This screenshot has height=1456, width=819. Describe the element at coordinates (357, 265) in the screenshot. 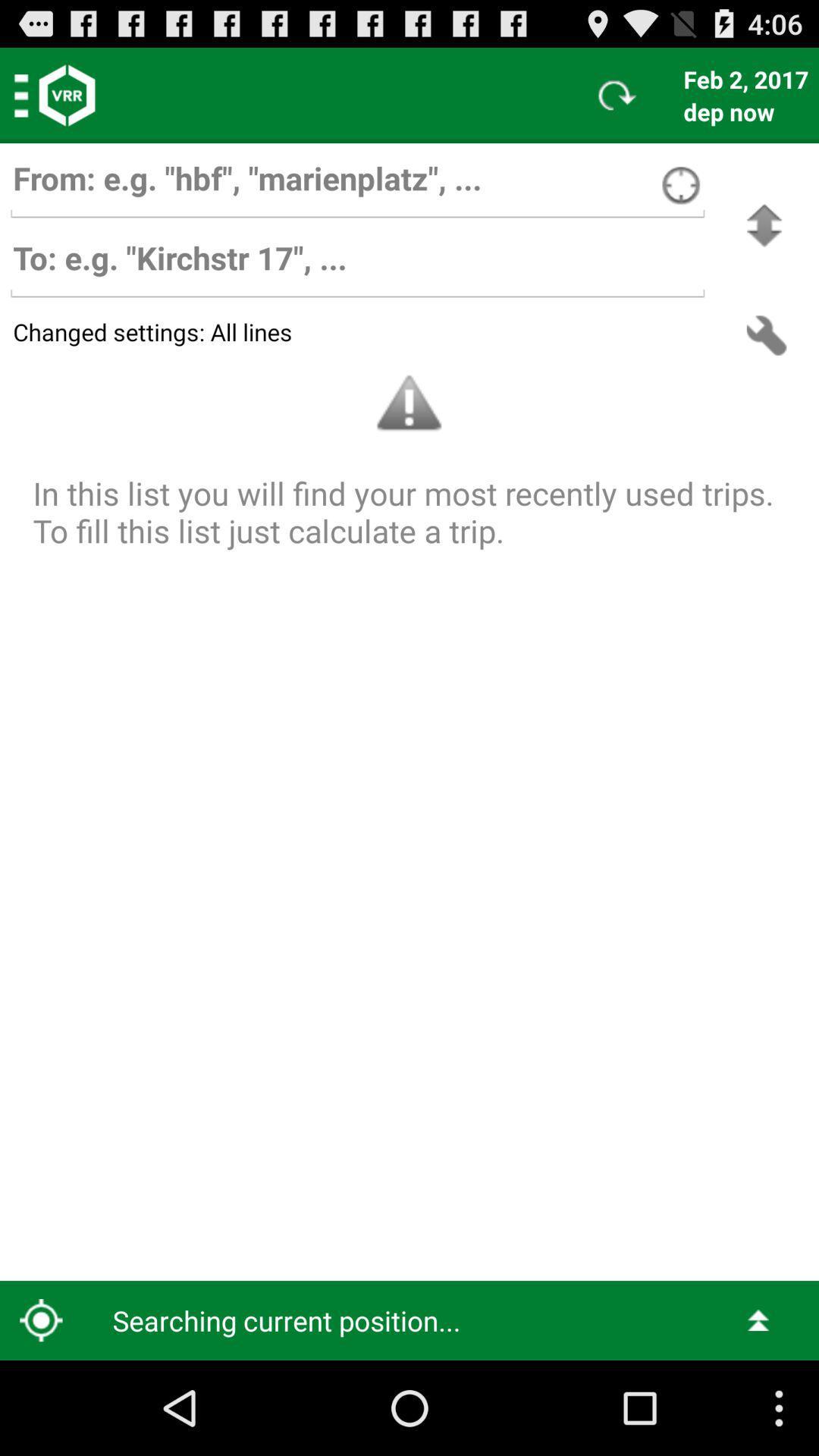

I see `the app above the changed settings all app` at that location.